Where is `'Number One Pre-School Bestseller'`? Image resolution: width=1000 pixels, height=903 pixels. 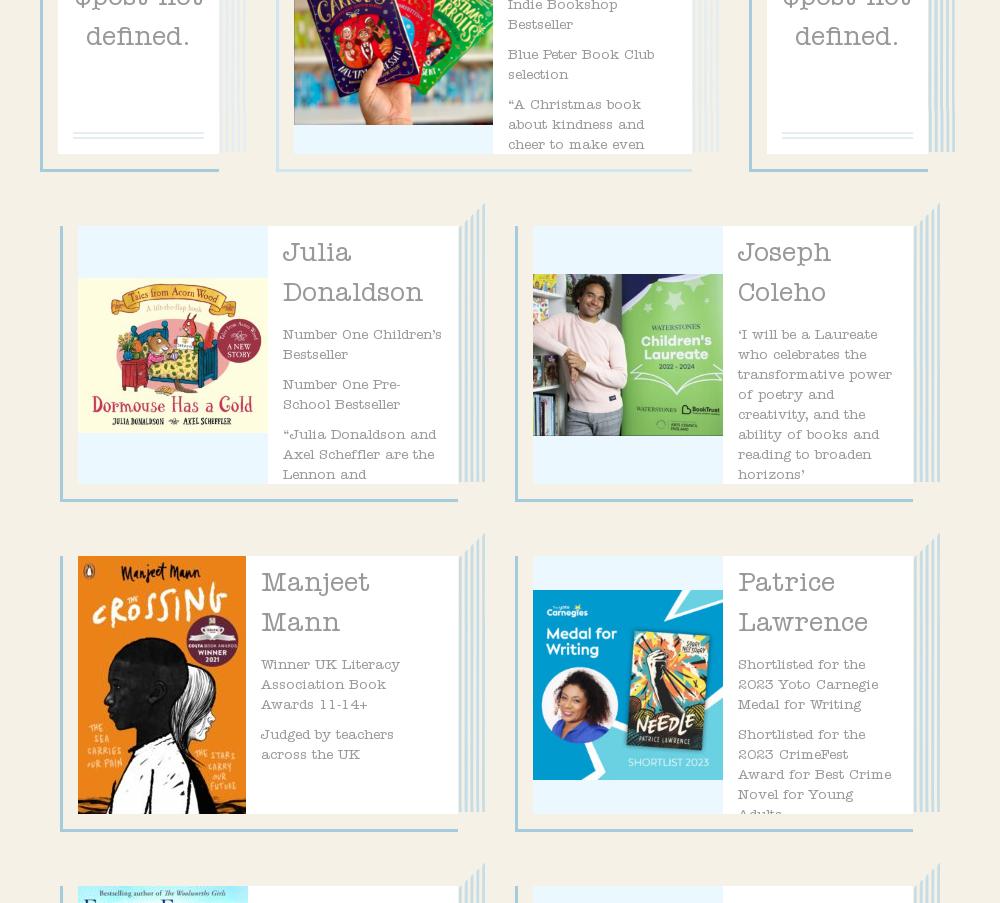
'Number One Pre-School Bestseller' is located at coordinates (340, 394).